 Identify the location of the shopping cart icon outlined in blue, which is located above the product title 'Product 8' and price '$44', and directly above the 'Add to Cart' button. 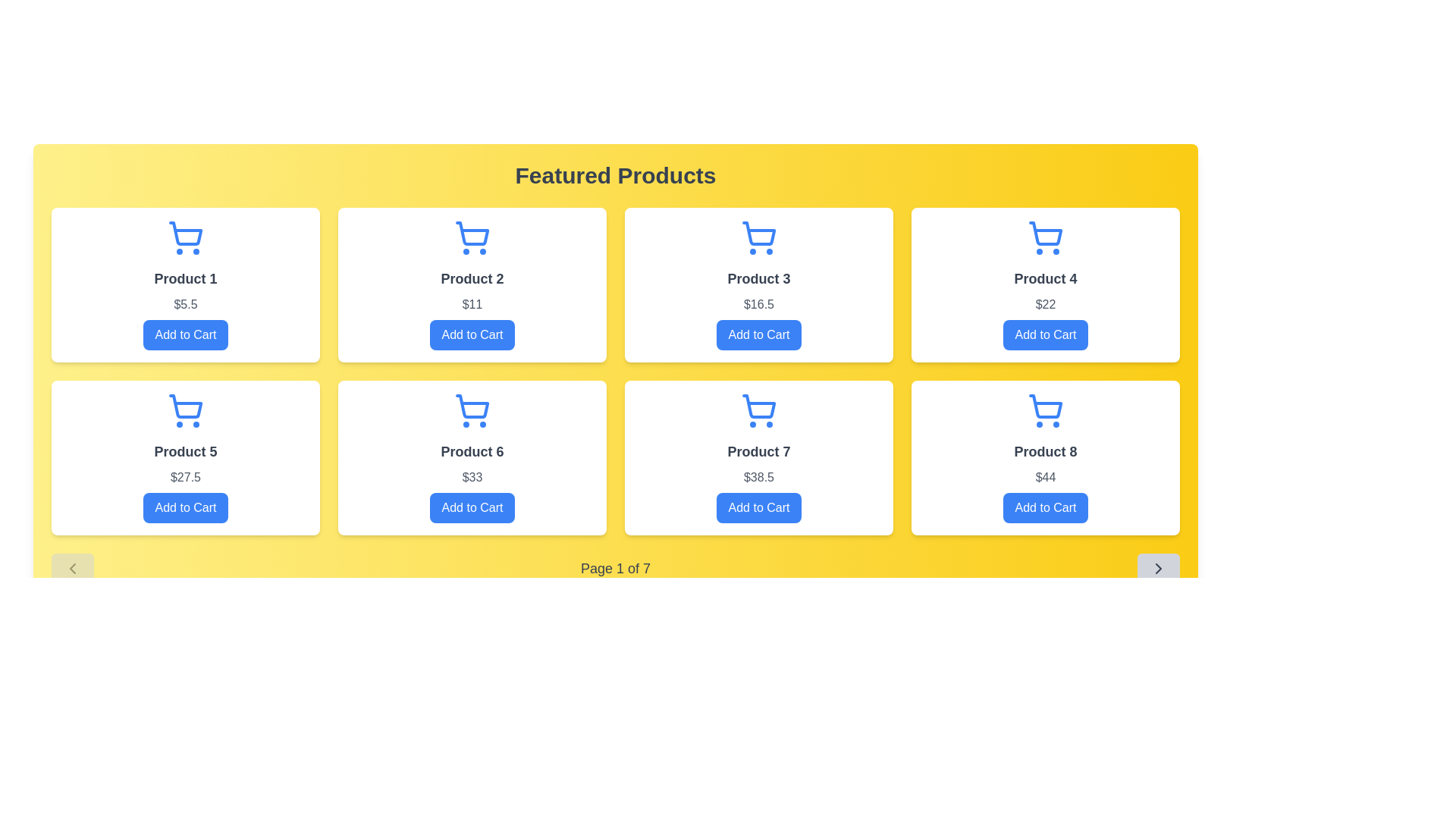
(1044, 411).